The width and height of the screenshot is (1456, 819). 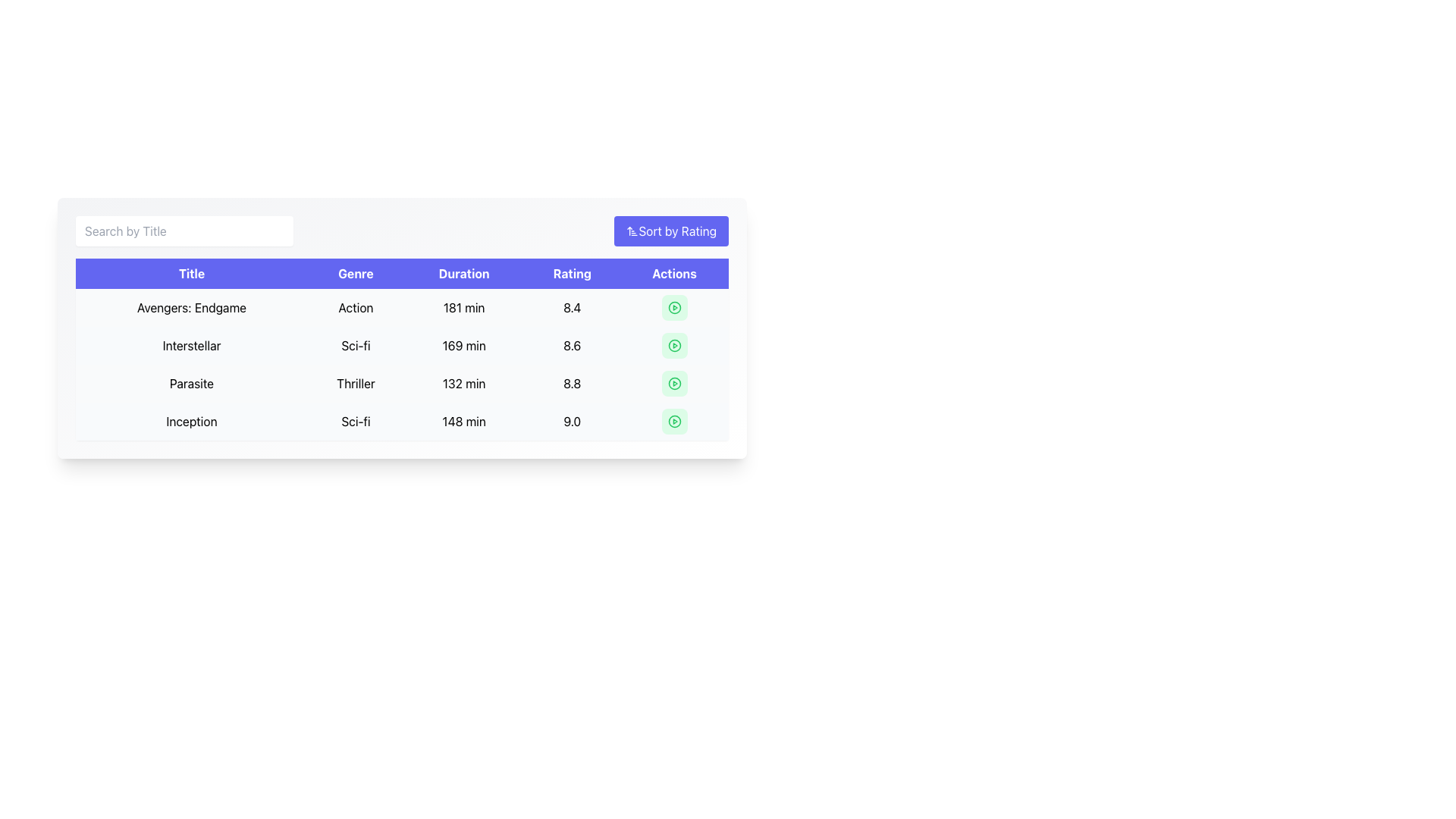 I want to click on the outer part of the SVG icon representing the 'Action' button for the movie 'Interstellar' in the second row of the table, so click(x=673, y=345).